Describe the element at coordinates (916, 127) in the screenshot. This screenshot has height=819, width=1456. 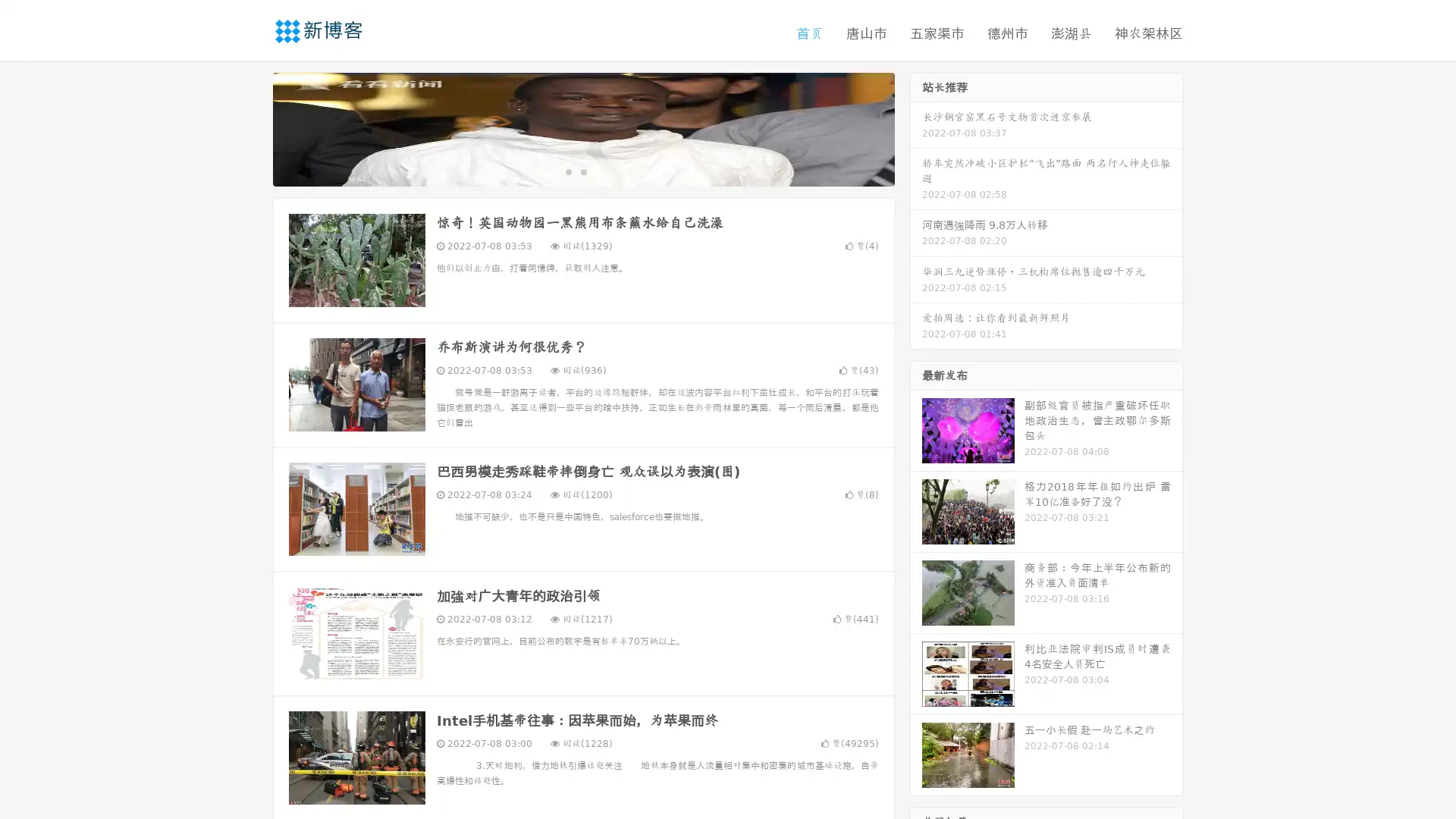
I see `Next slide` at that location.